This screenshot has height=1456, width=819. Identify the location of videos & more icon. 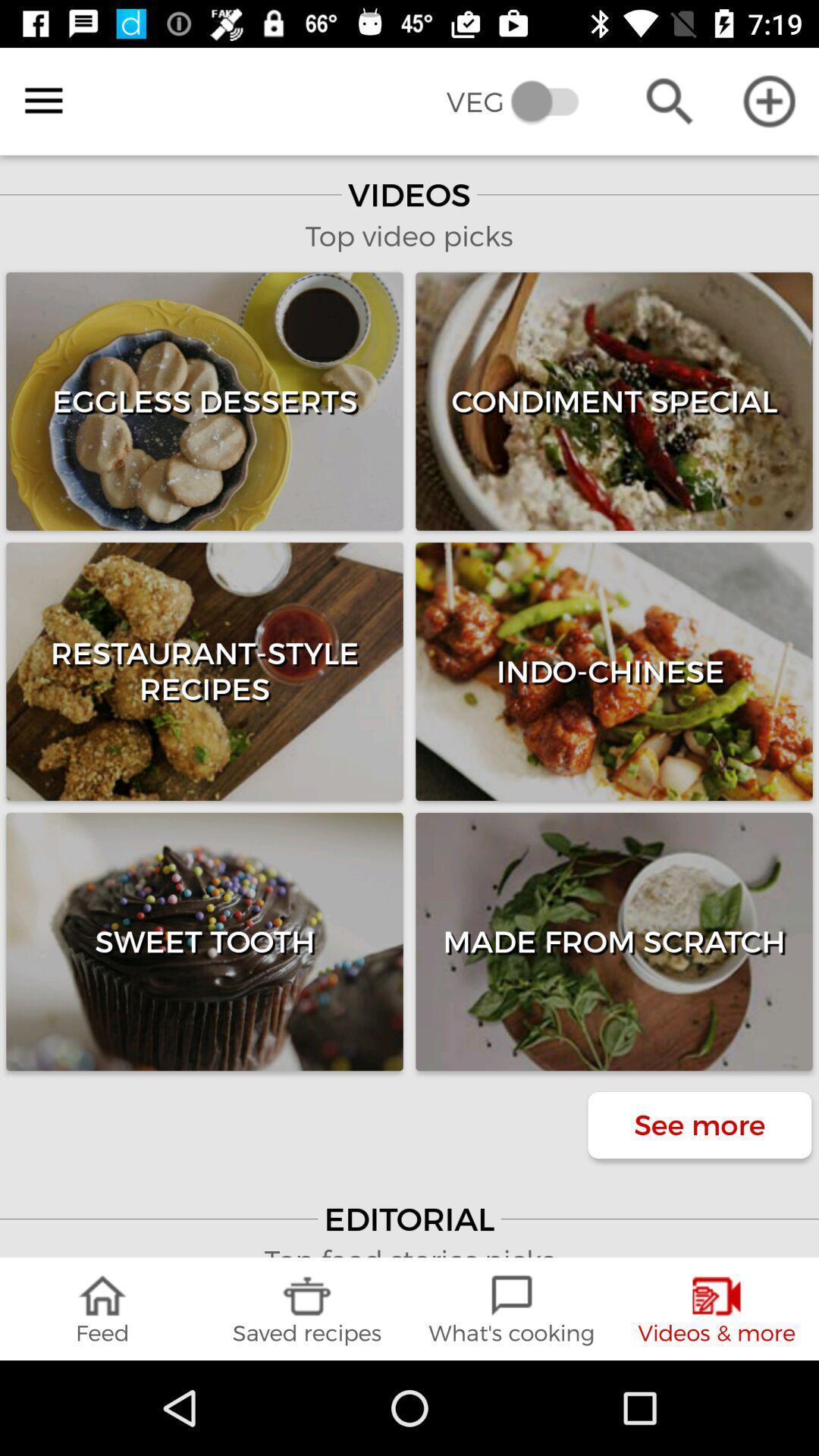
(717, 1308).